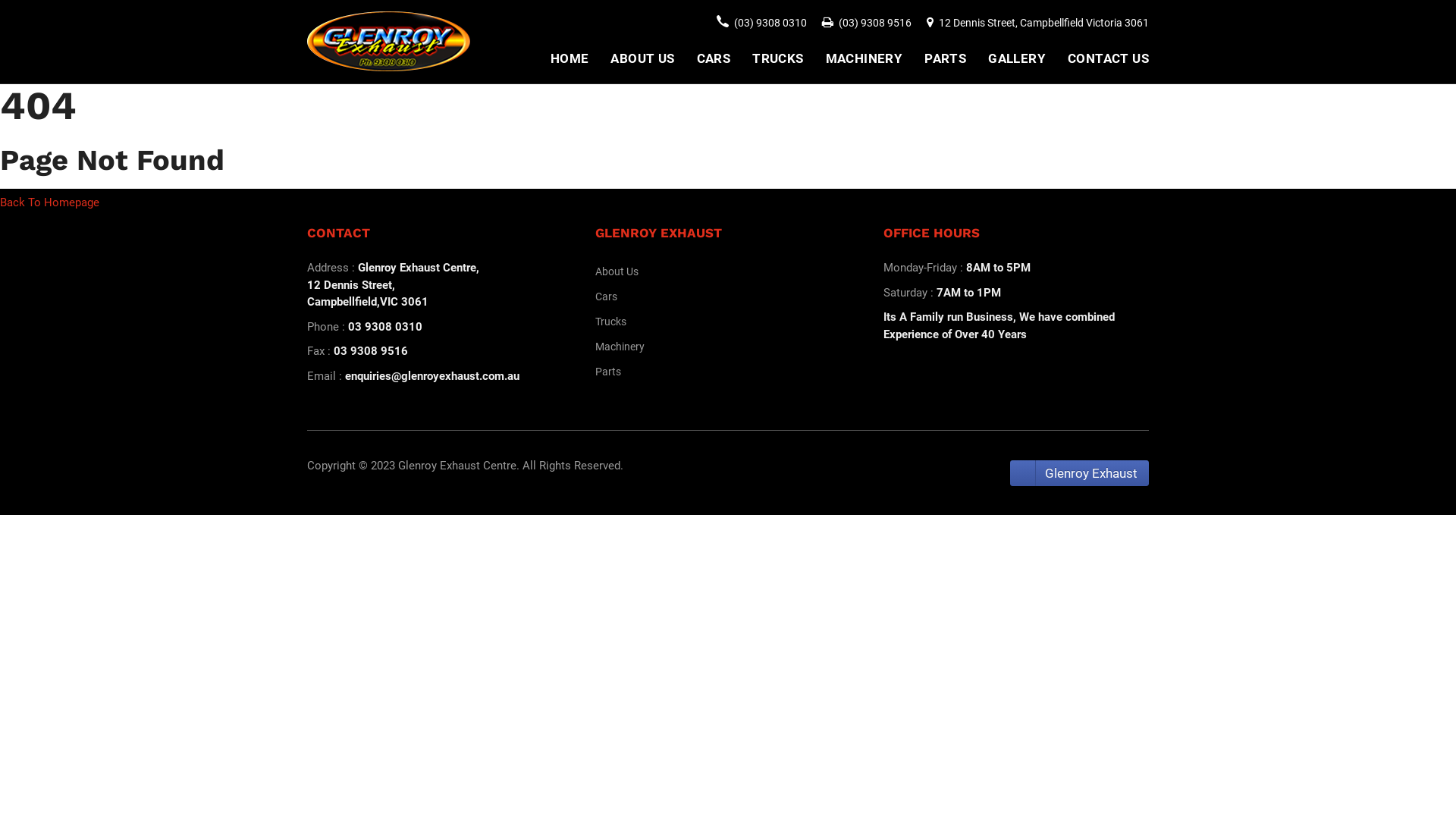 The width and height of the screenshot is (1456, 819). I want to click on 'Glenroy Exhaust', so click(1078, 472).